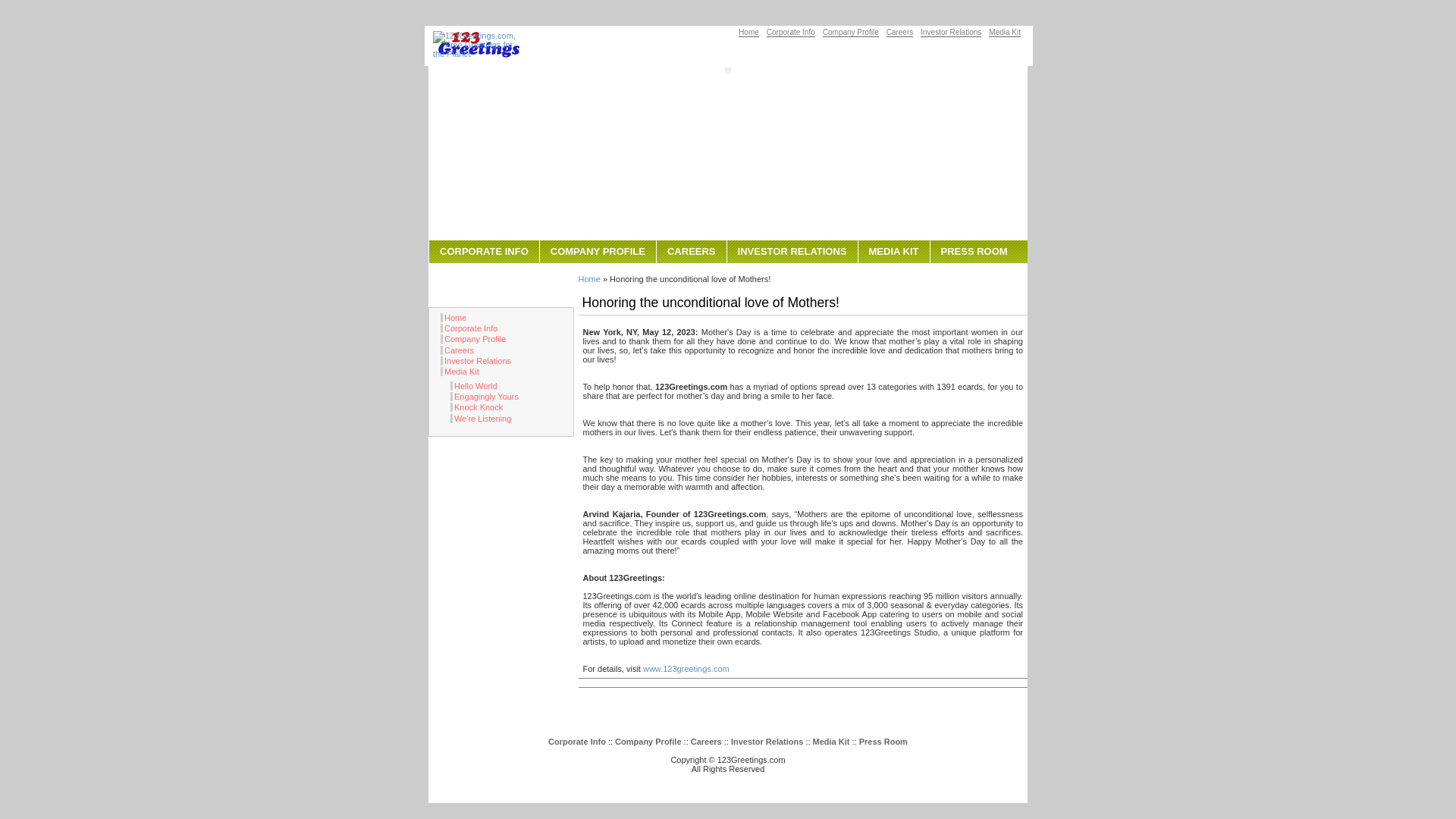 The width and height of the screenshot is (1456, 819). What do you see at coordinates (767, 741) in the screenshot?
I see `'Investor Relations'` at bounding box center [767, 741].